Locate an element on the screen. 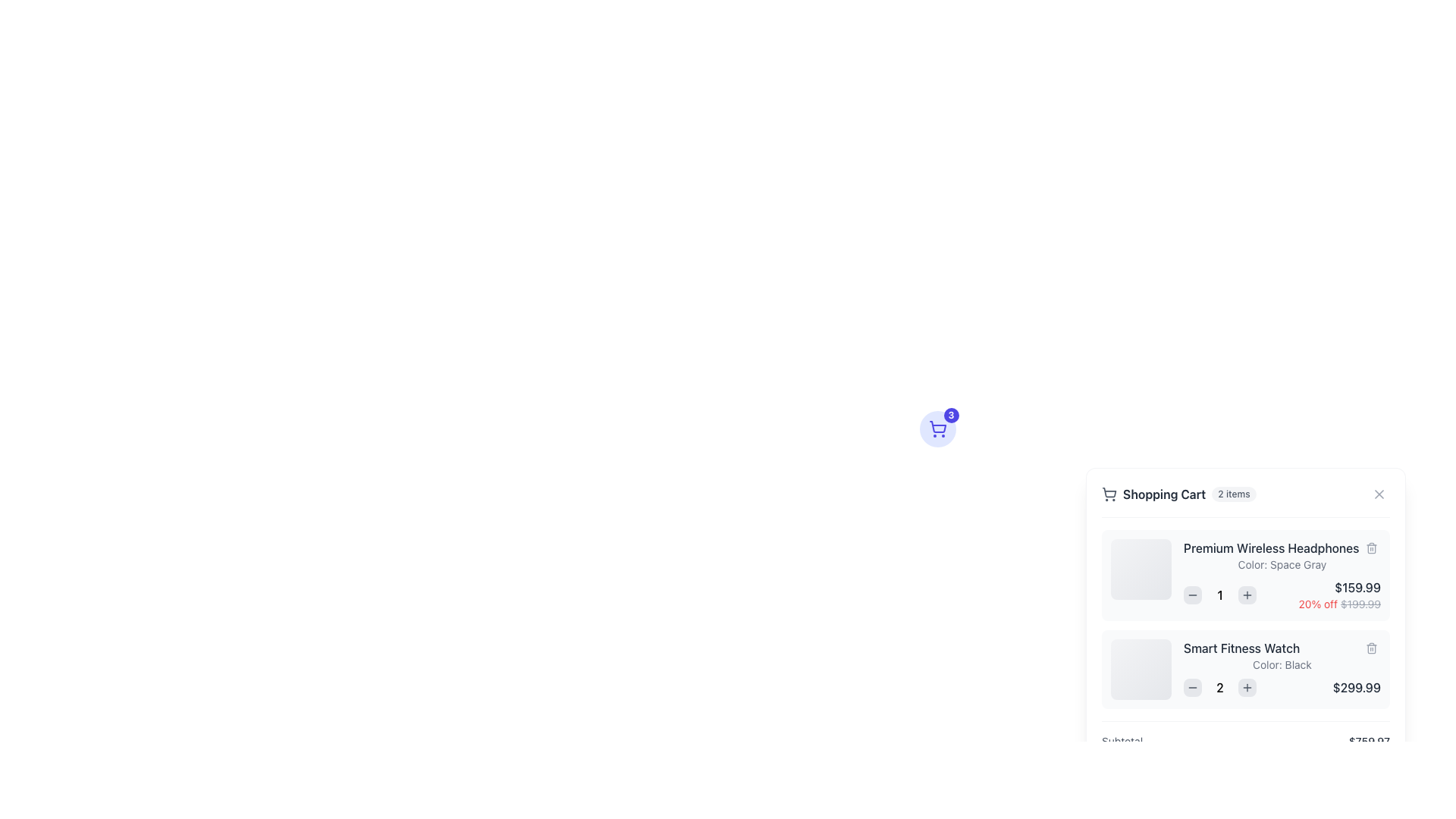 The height and width of the screenshot is (819, 1456). the static text element displaying the current quantity of the 'Smart Fitness Watch' in the cart, which is read-only and positioned between the minus and plus buttons is located at coordinates (1219, 687).